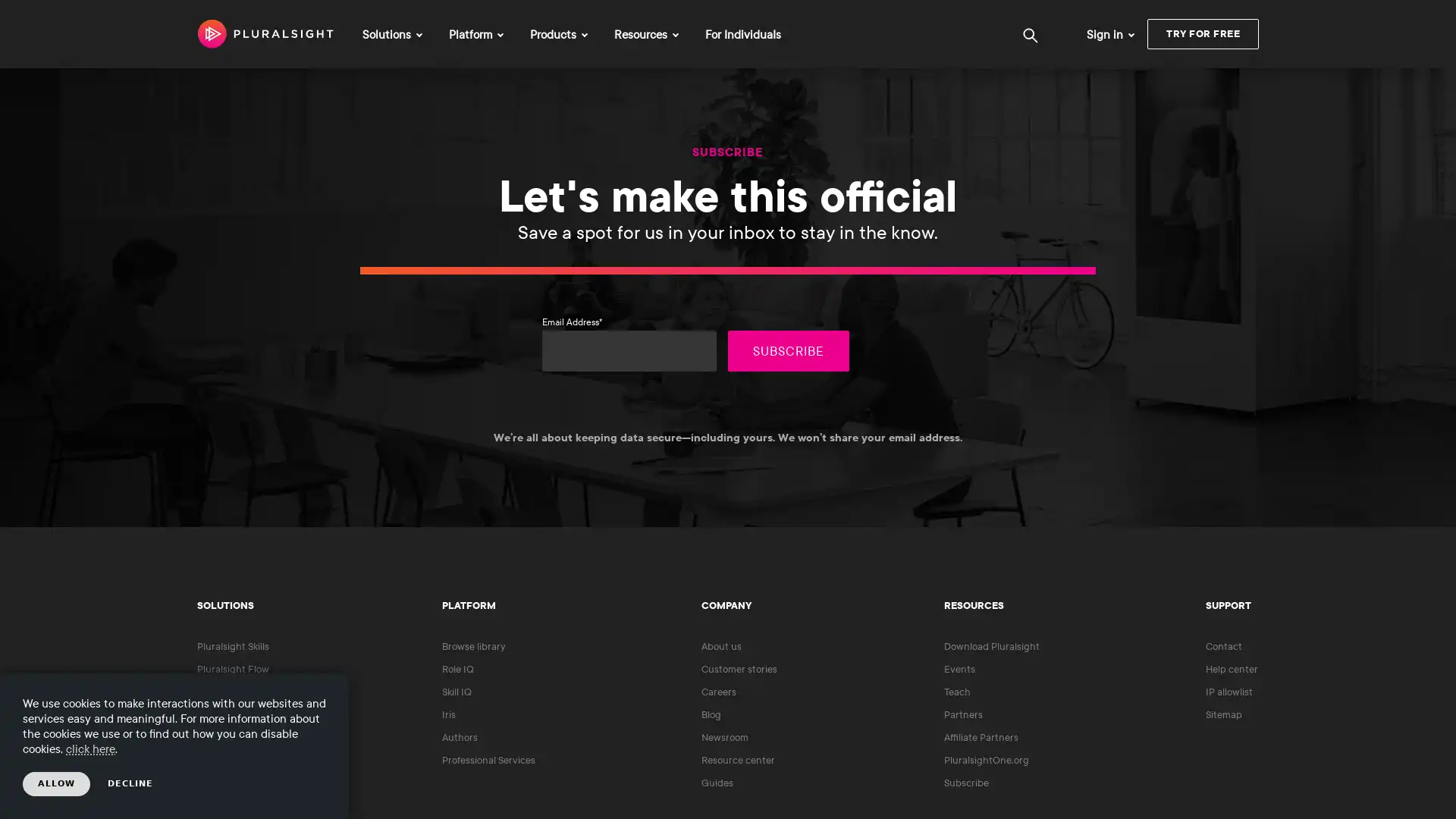 The image size is (1456, 819). What do you see at coordinates (789, 350) in the screenshot?
I see `SUBSCRIBE` at bounding box center [789, 350].